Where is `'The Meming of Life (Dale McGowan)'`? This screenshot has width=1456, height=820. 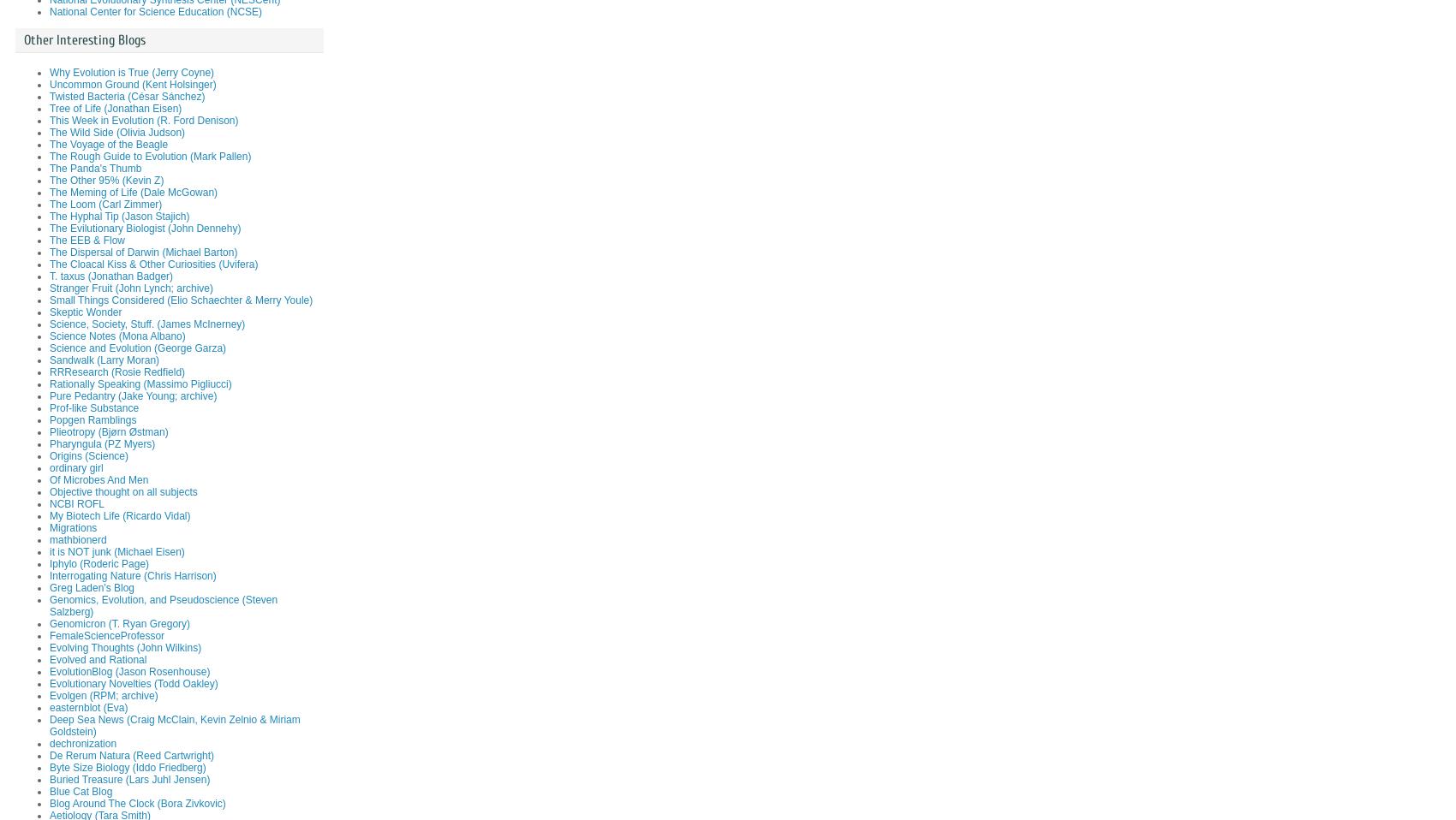 'The Meming of Life (Dale McGowan)' is located at coordinates (133, 192).